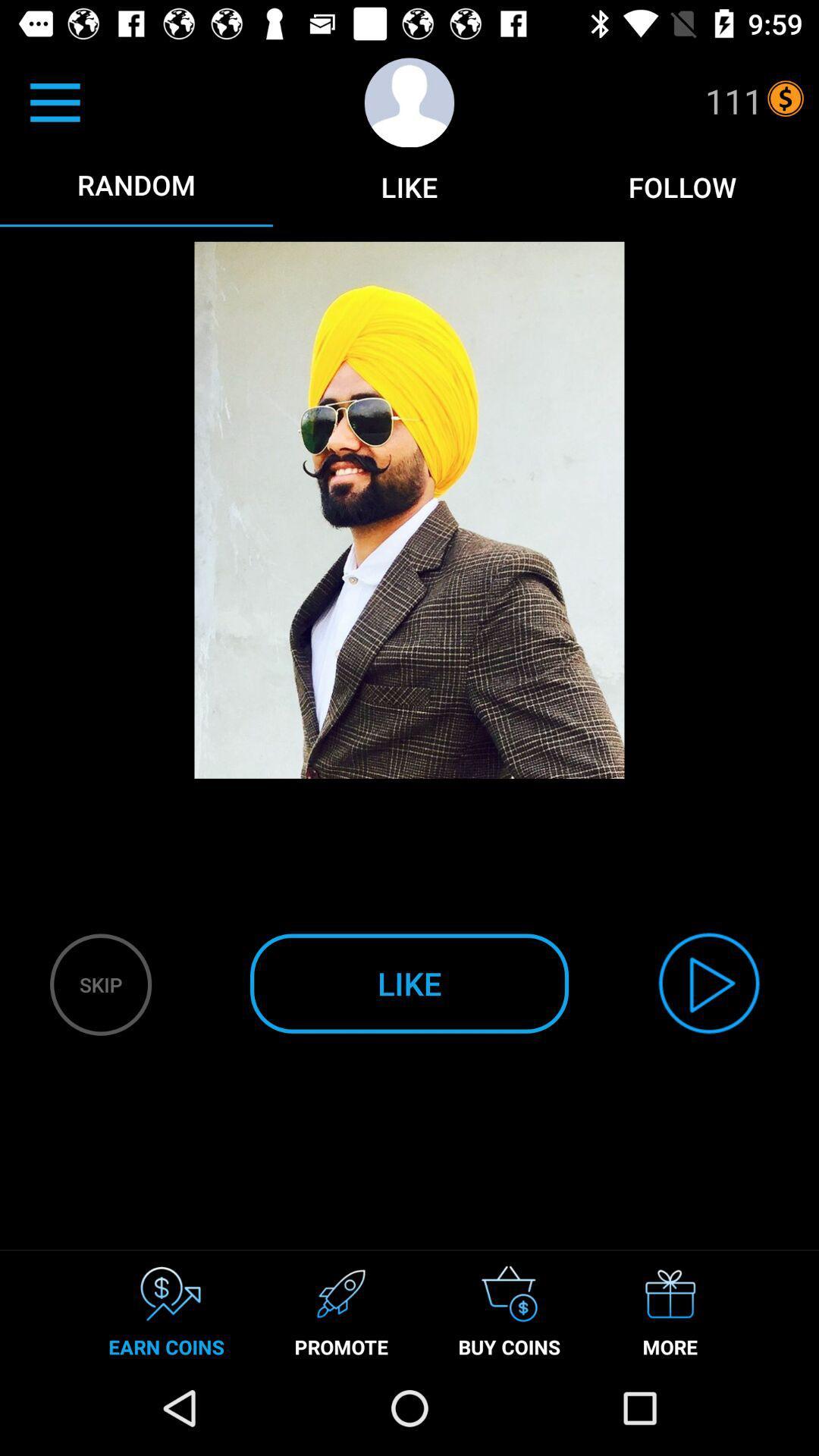  Describe the element at coordinates (709, 983) in the screenshot. I see `the play icon` at that location.